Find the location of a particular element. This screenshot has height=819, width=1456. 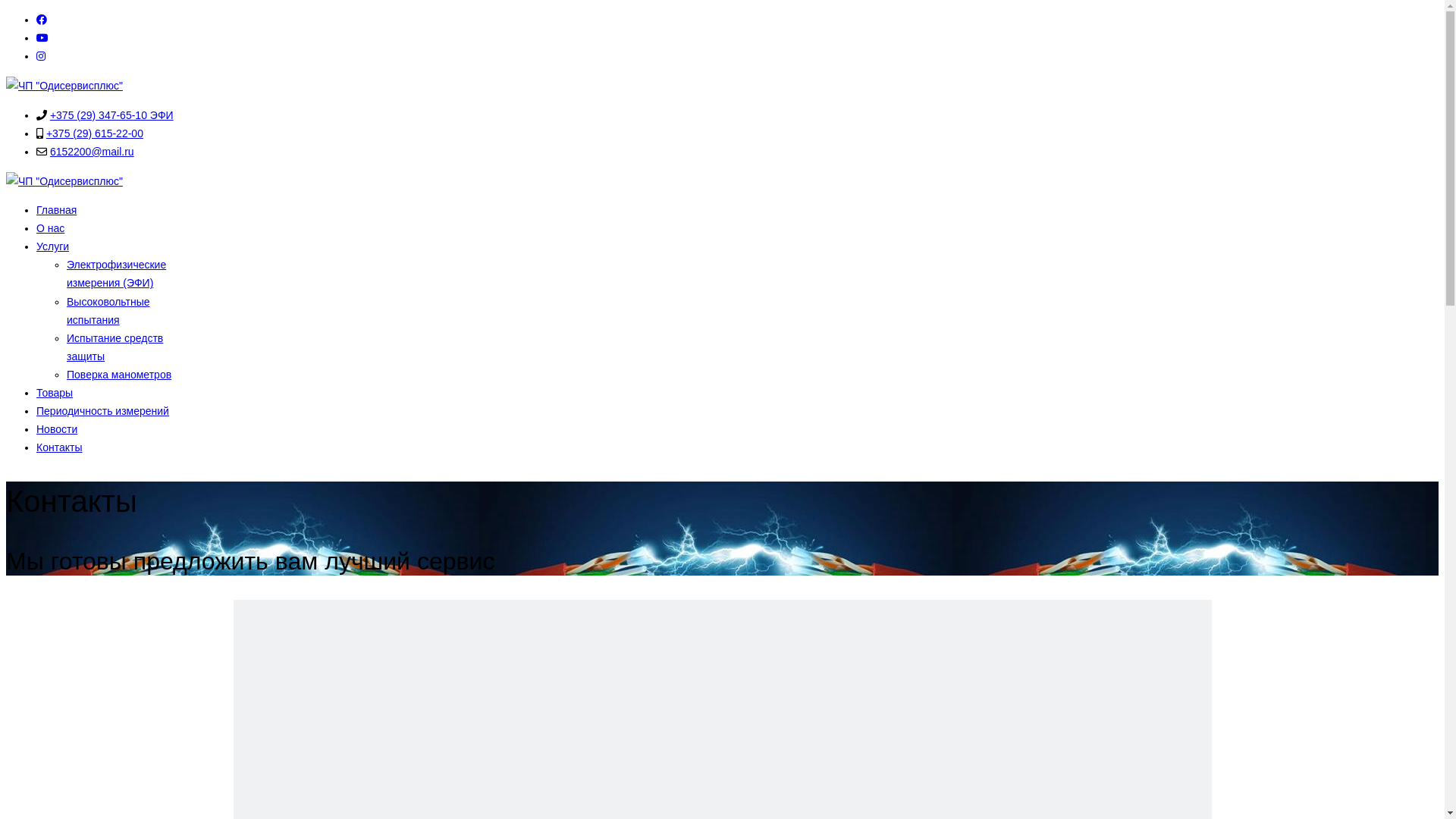

'+375 (29) 615-22-00' is located at coordinates (93, 133).